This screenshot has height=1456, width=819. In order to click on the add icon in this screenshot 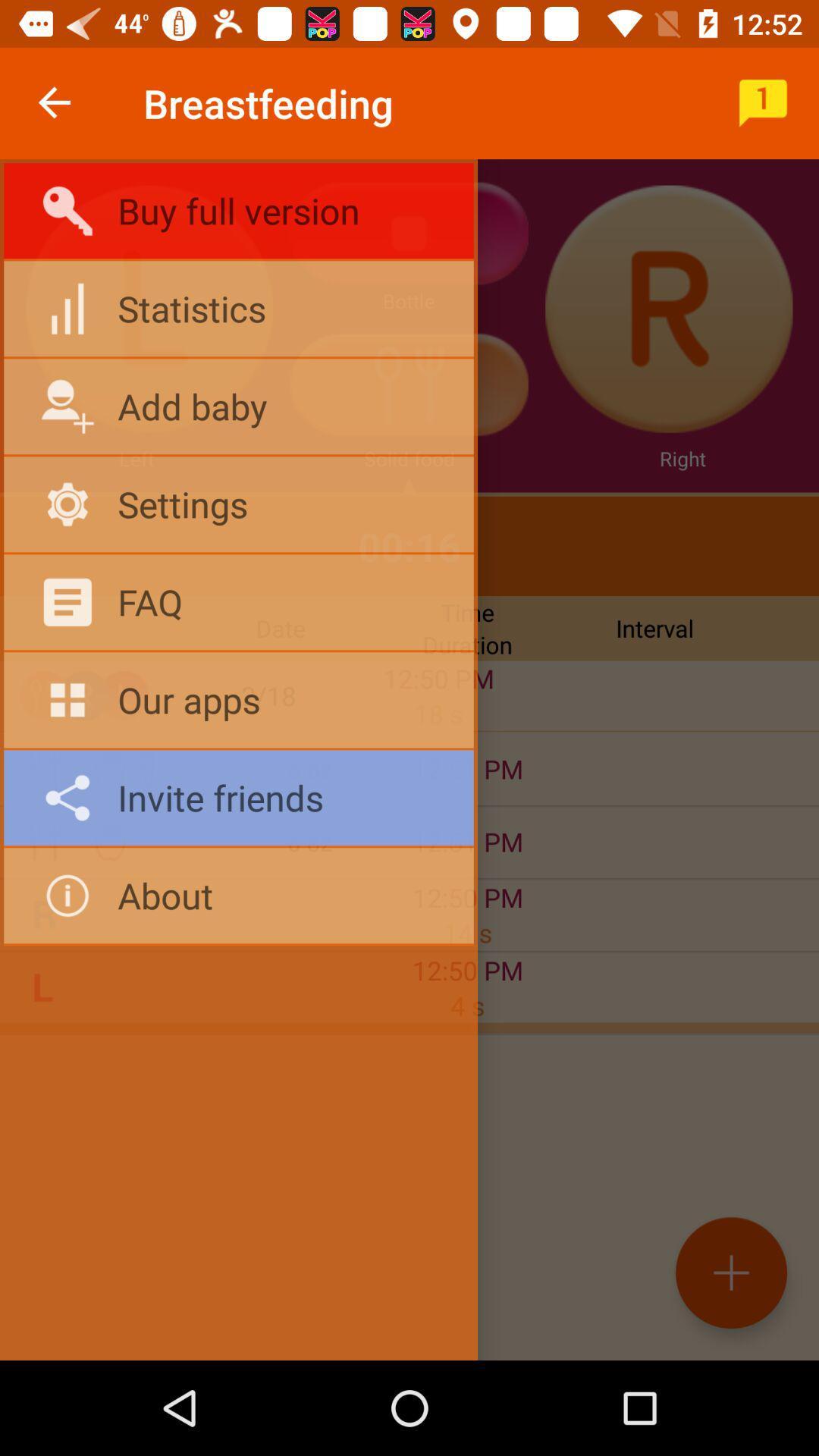, I will do `click(730, 1272)`.